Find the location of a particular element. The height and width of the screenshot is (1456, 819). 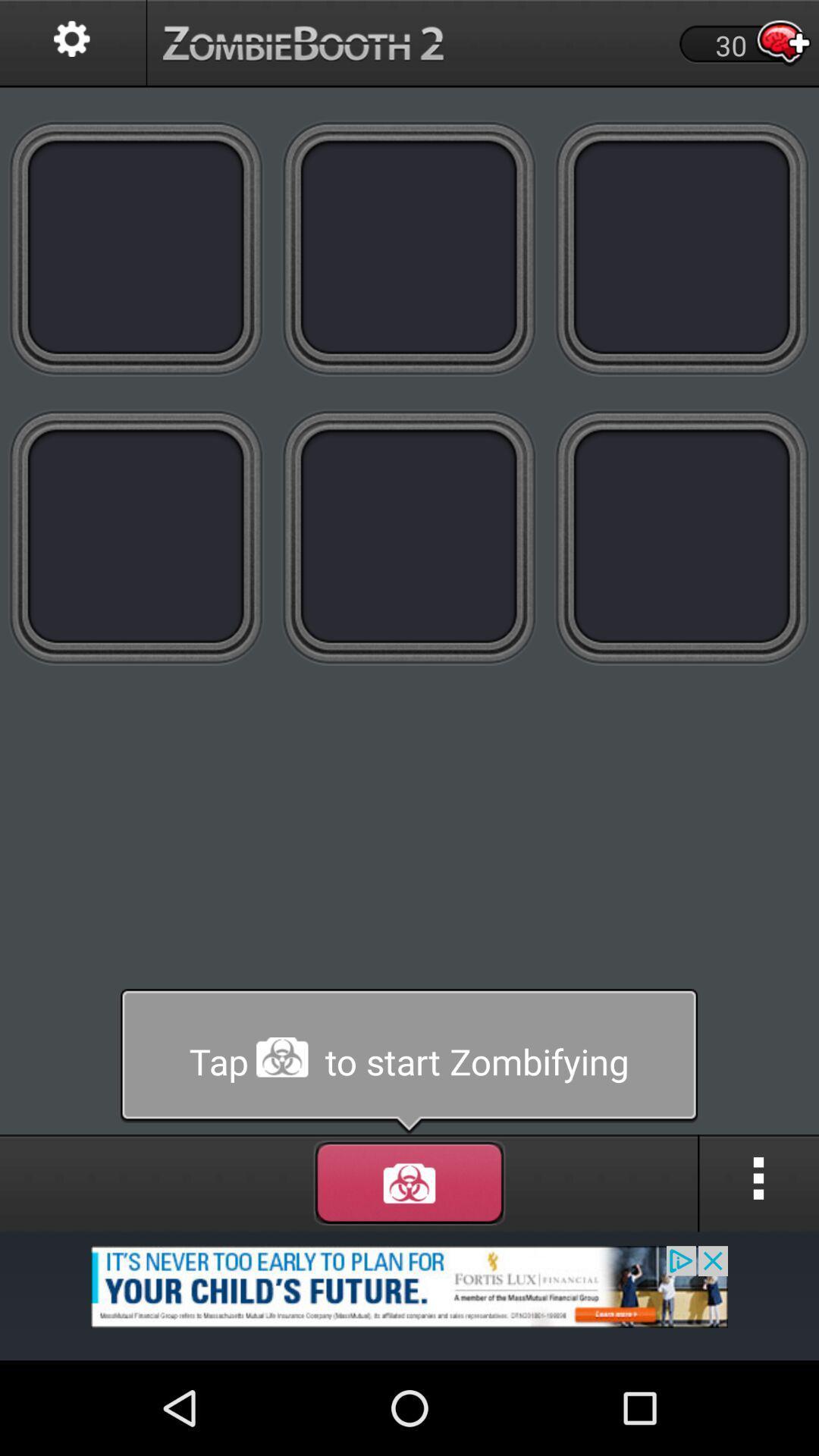

adiveristment is located at coordinates (409, 1294).